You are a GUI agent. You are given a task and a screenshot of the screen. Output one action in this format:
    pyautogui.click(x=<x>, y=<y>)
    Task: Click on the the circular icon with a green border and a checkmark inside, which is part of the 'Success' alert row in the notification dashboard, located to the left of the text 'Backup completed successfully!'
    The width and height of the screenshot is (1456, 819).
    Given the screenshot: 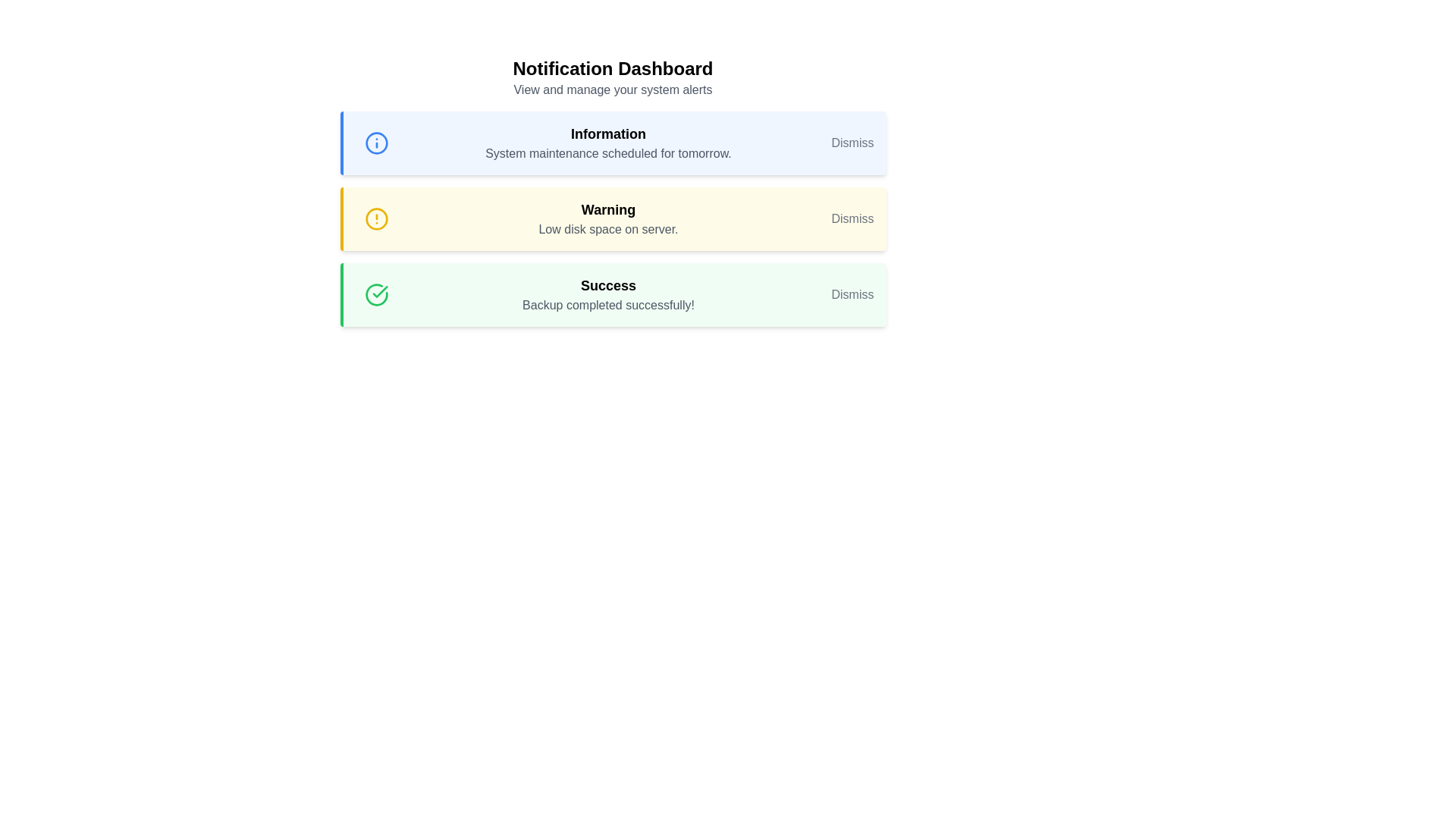 What is the action you would take?
    pyautogui.click(x=376, y=295)
    